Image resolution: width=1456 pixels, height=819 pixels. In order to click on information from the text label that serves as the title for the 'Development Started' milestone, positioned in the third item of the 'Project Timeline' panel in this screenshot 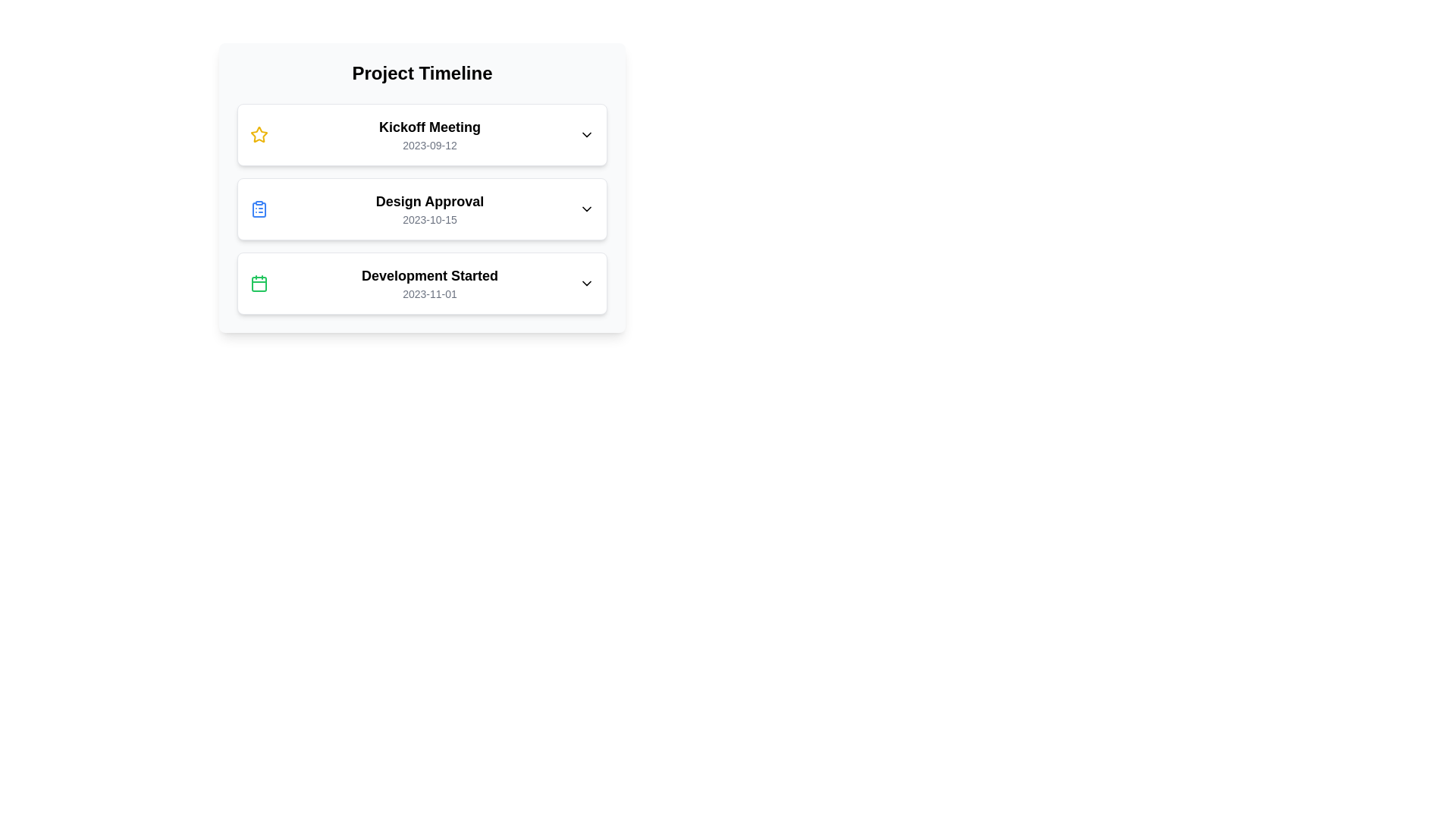, I will do `click(428, 275)`.